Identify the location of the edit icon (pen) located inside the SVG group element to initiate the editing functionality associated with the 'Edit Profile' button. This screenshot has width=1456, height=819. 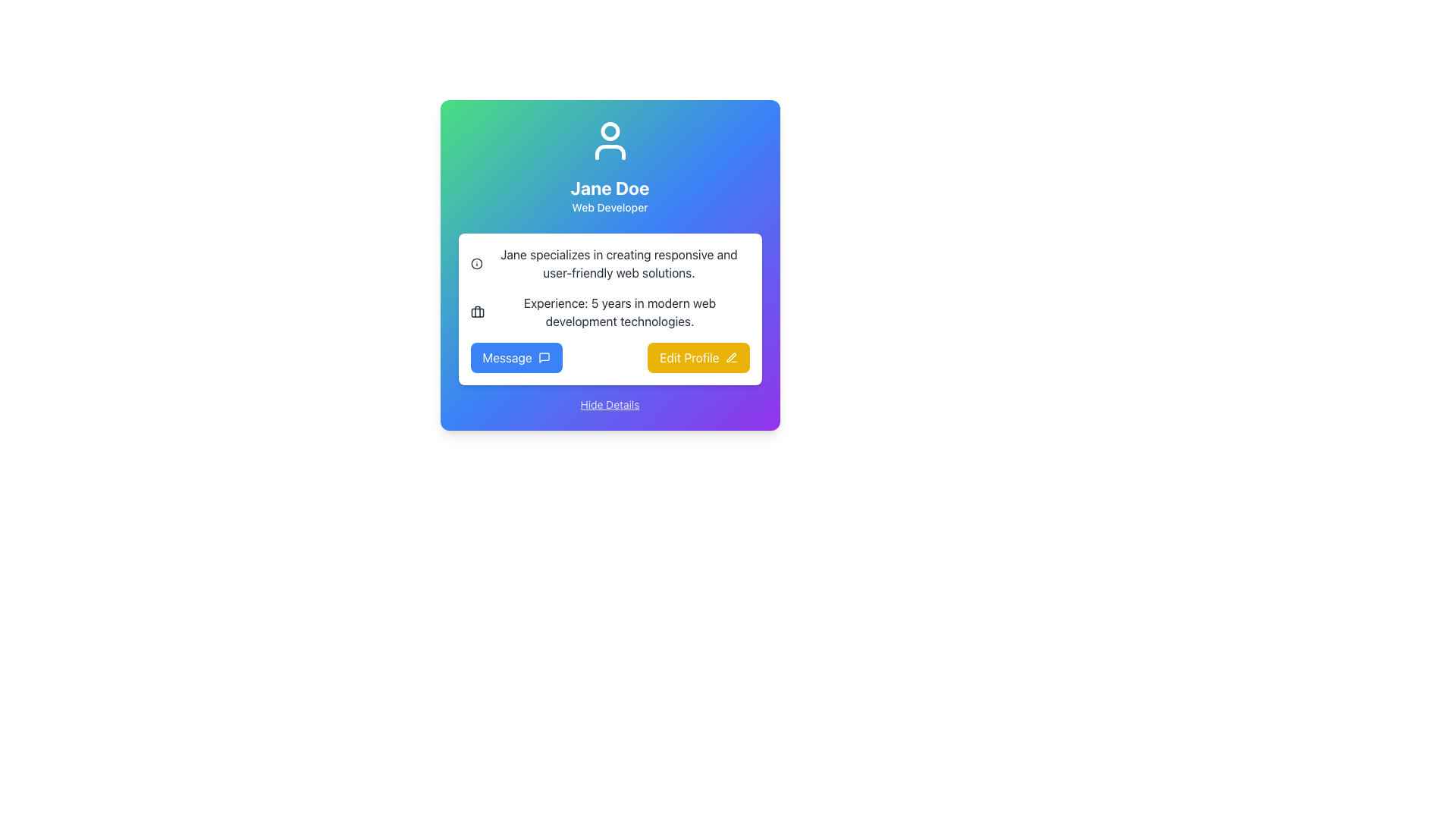
(731, 357).